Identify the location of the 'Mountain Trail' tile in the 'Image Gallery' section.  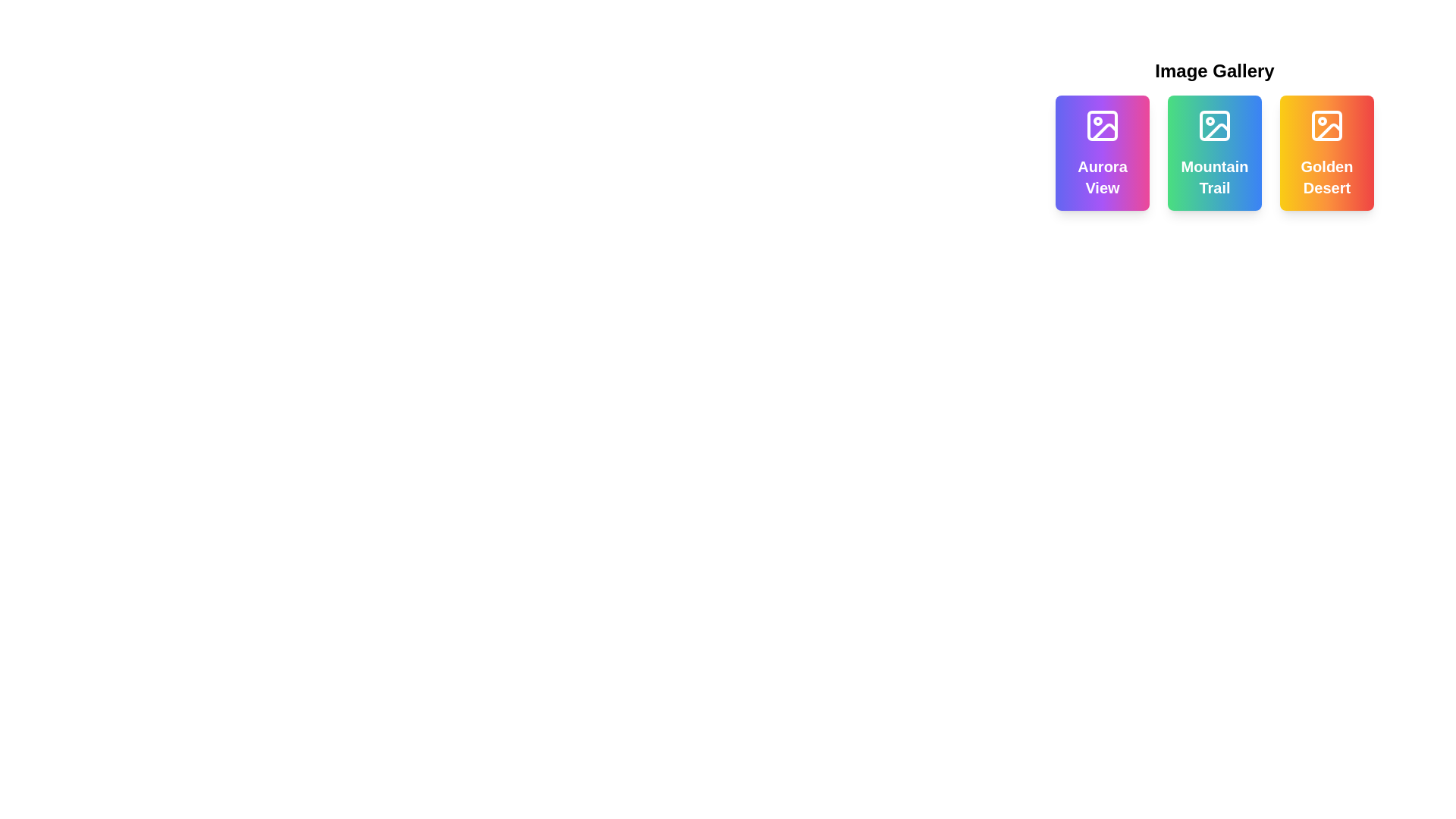
(1215, 152).